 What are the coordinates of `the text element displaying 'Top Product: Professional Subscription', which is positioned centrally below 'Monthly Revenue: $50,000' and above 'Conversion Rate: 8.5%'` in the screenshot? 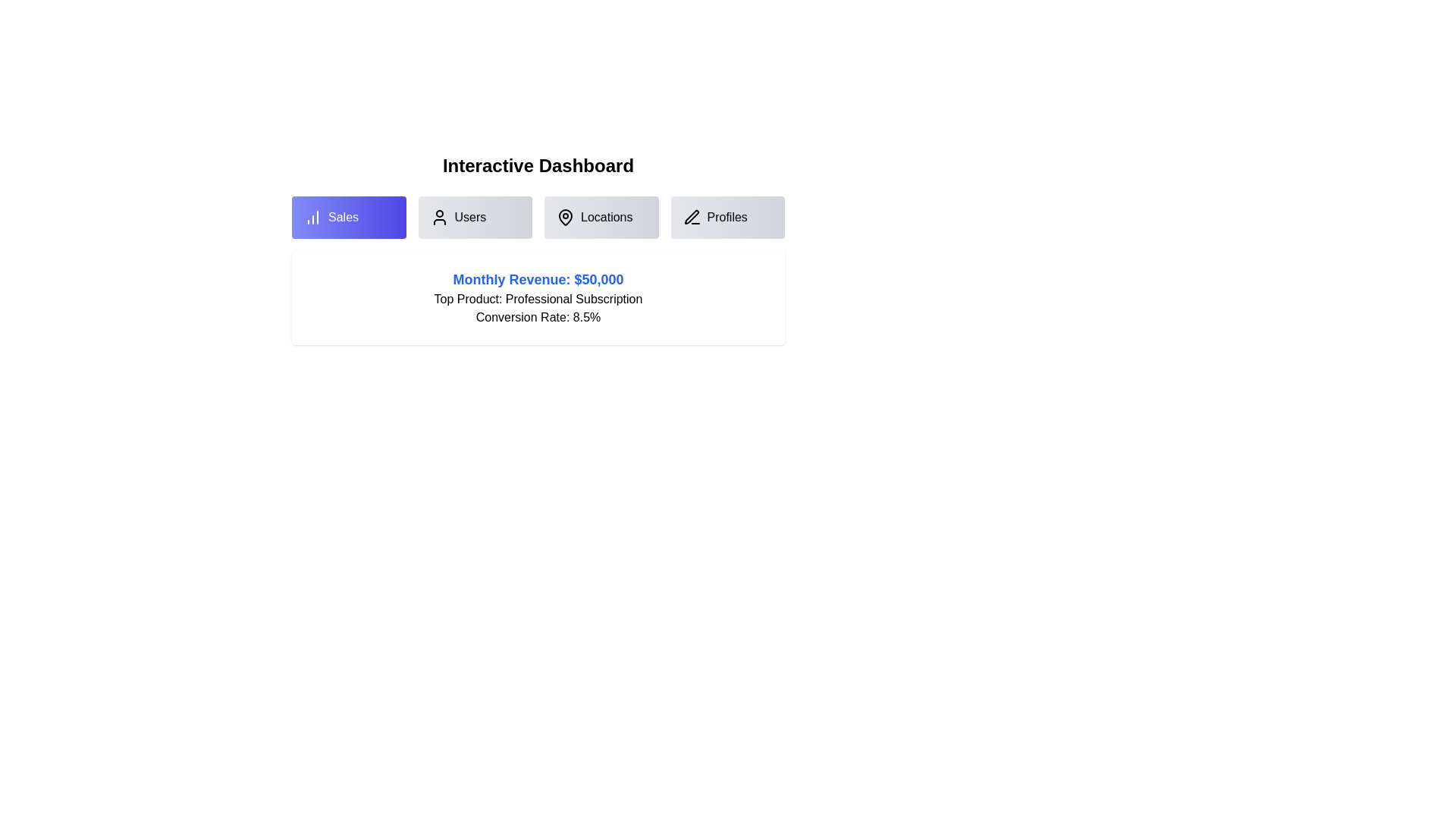 It's located at (538, 299).